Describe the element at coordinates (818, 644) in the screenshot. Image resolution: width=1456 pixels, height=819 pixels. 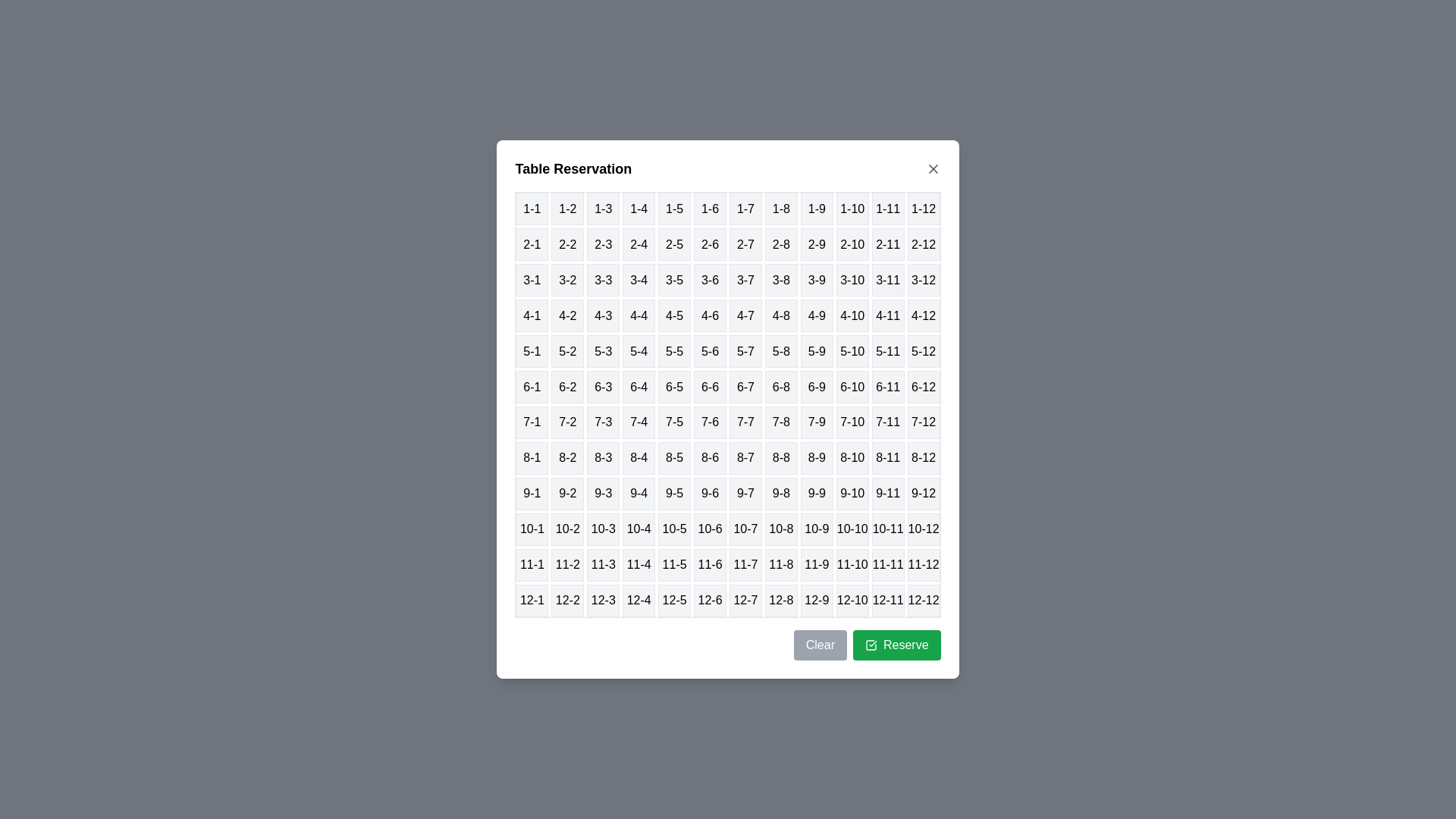
I see `the 'Clear' button to clear the current selection` at that location.